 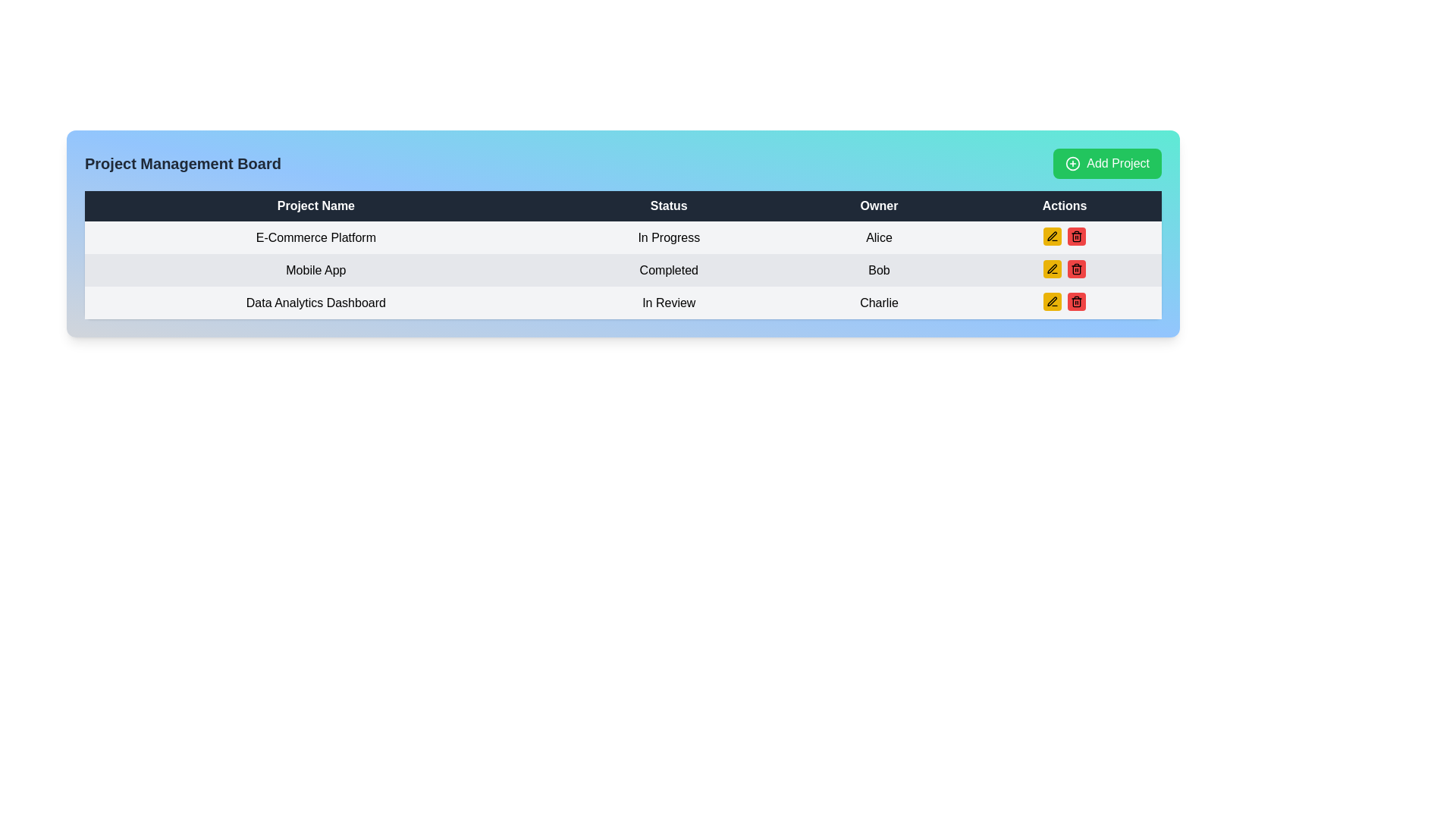 What do you see at coordinates (879, 303) in the screenshot?
I see `the informational text label displaying the assigned owner of the project in the 'Owner' column of the data table` at bounding box center [879, 303].